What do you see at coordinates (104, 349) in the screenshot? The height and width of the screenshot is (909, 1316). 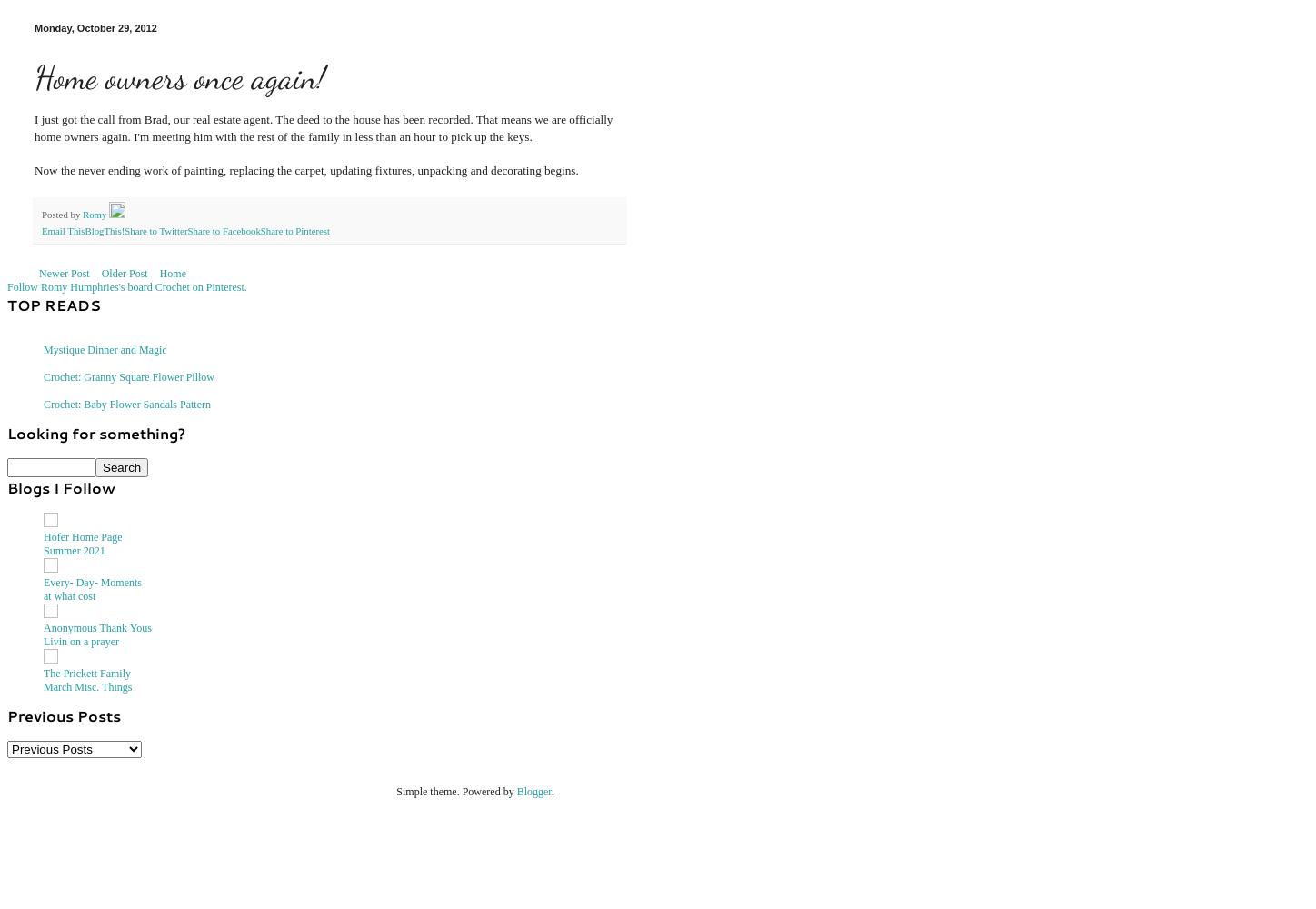 I see `'Mystique Dinner and Magic'` at bounding box center [104, 349].